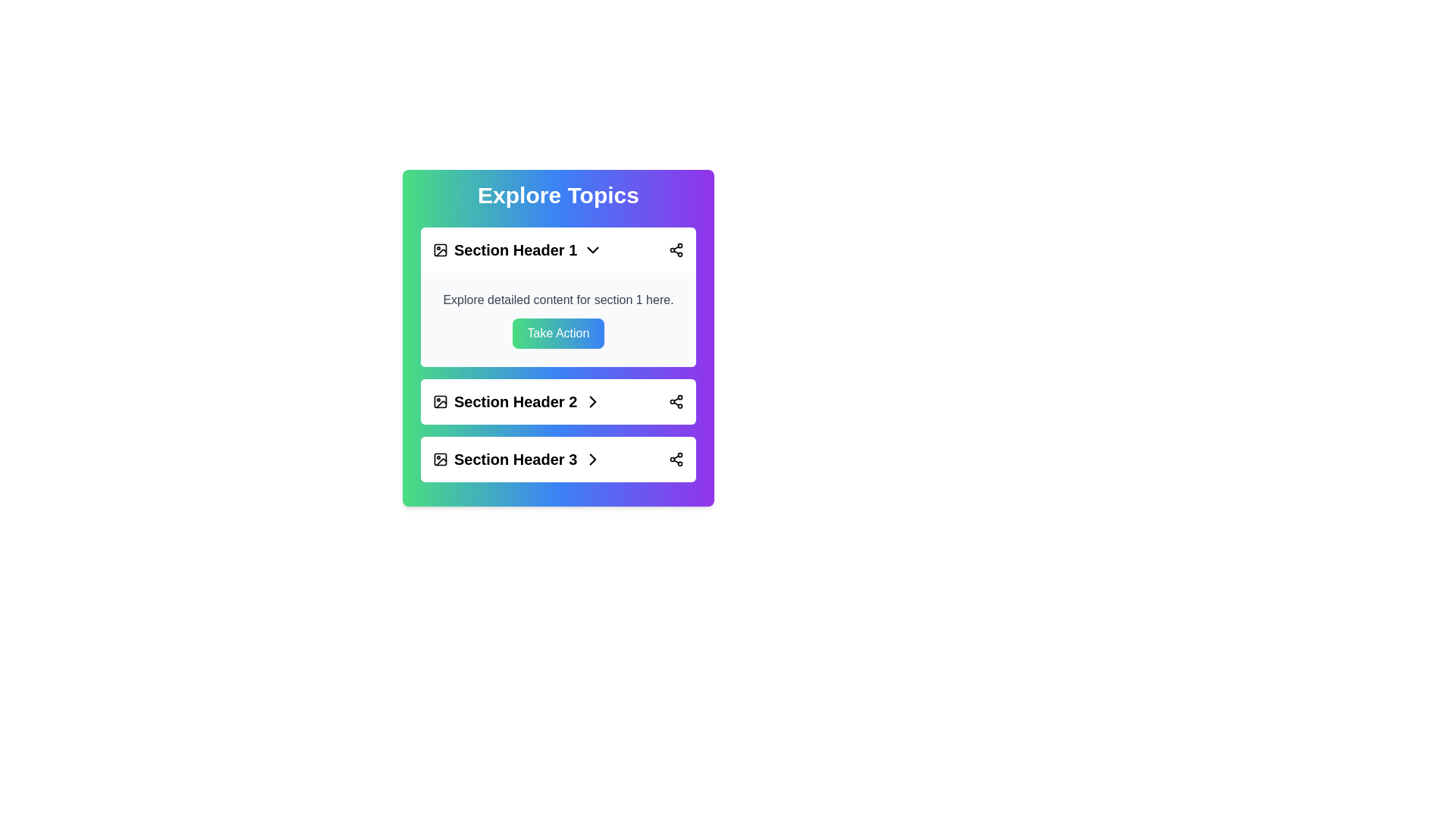 This screenshot has height=819, width=1456. Describe the element at coordinates (518, 400) in the screenshot. I see `the 'Section Header 2' text heading in the 'Explore Topics' section` at that location.